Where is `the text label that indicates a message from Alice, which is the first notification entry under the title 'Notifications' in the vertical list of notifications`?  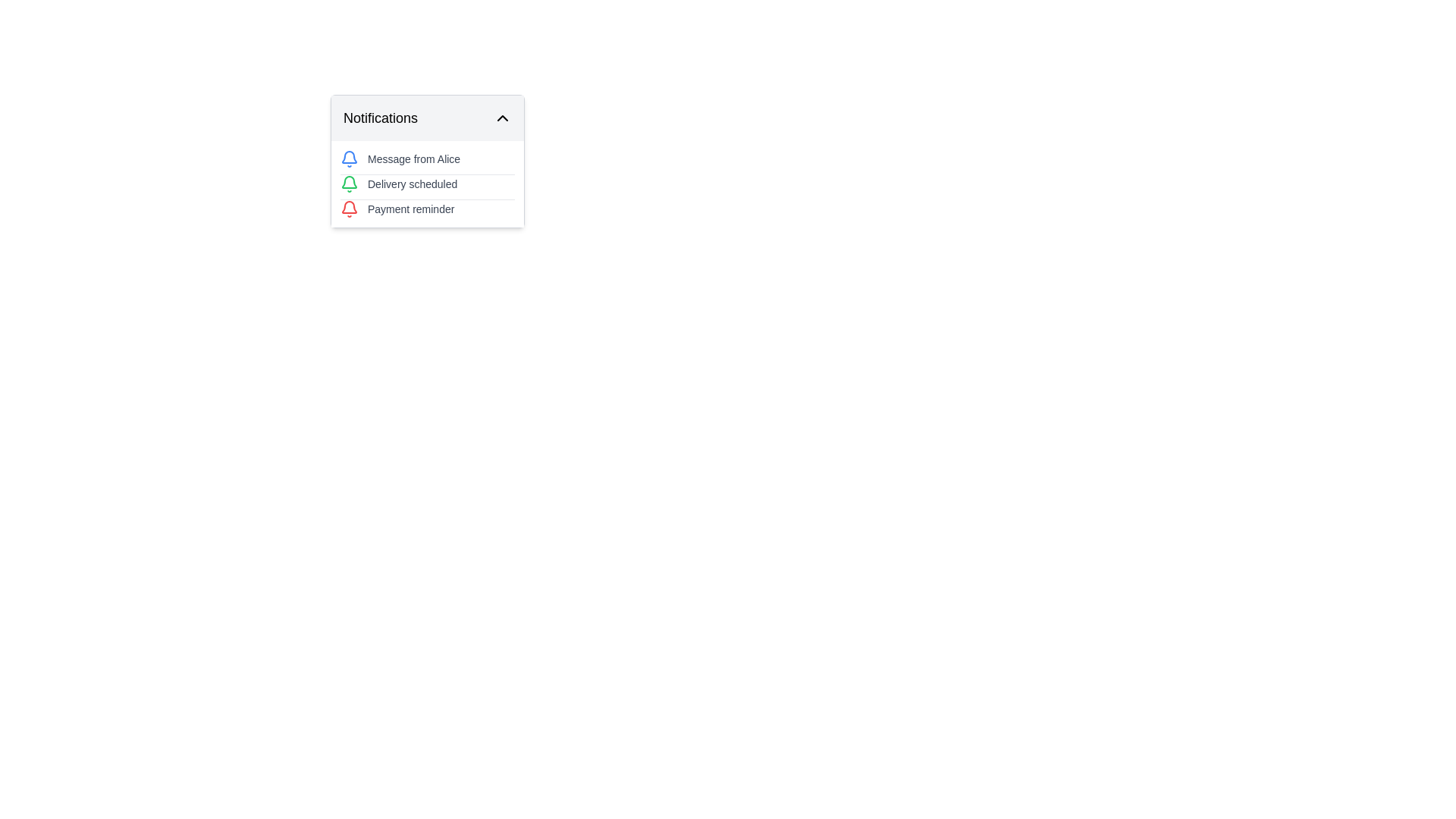
the text label that indicates a message from Alice, which is the first notification entry under the title 'Notifications' in the vertical list of notifications is located at coordinates (414, 158).